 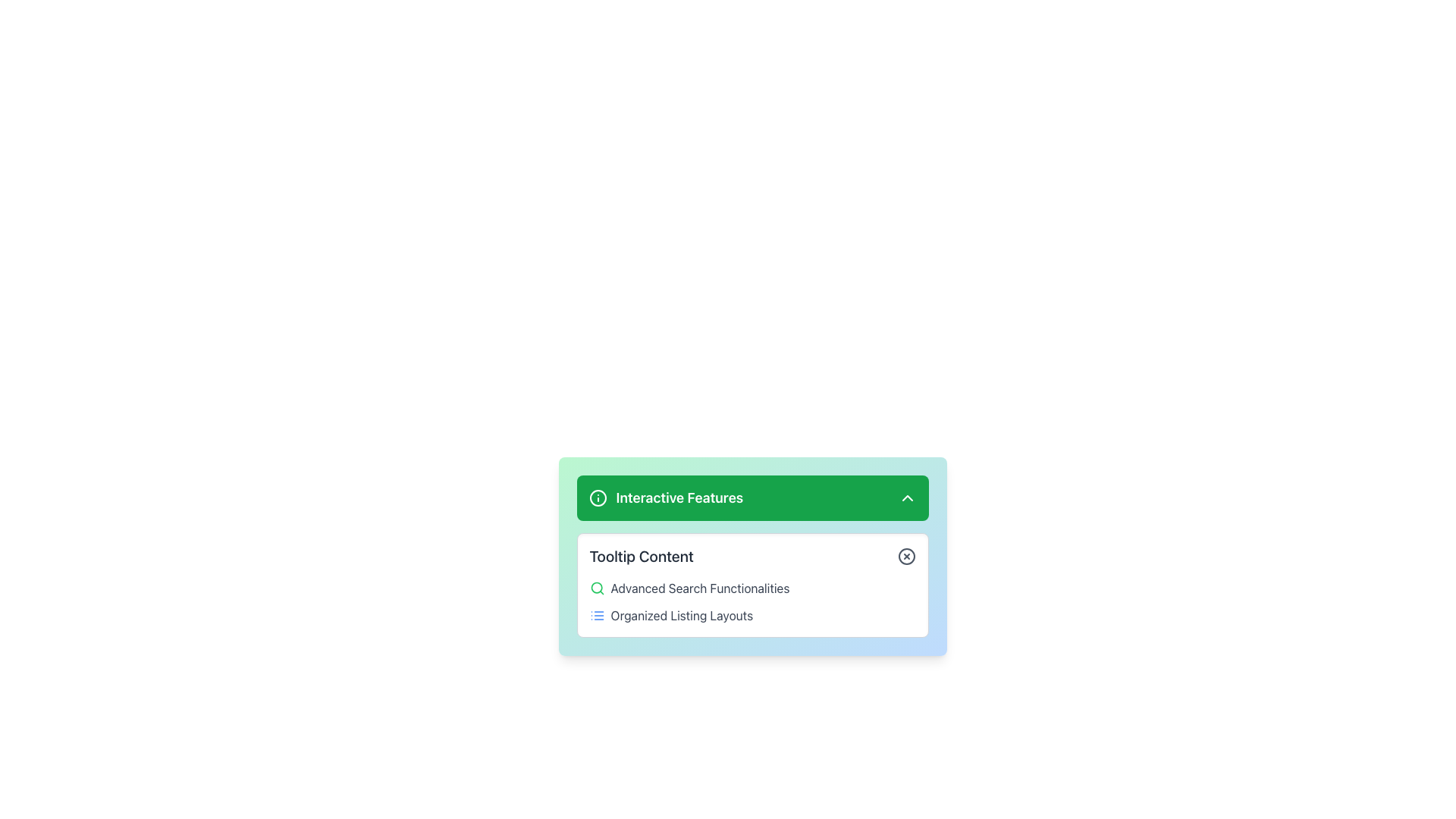 I want to click on the Text component displaying 'Tooltip Content', which is centrally placed above a list of options in a light-themed section, so click(x=642, y=556).